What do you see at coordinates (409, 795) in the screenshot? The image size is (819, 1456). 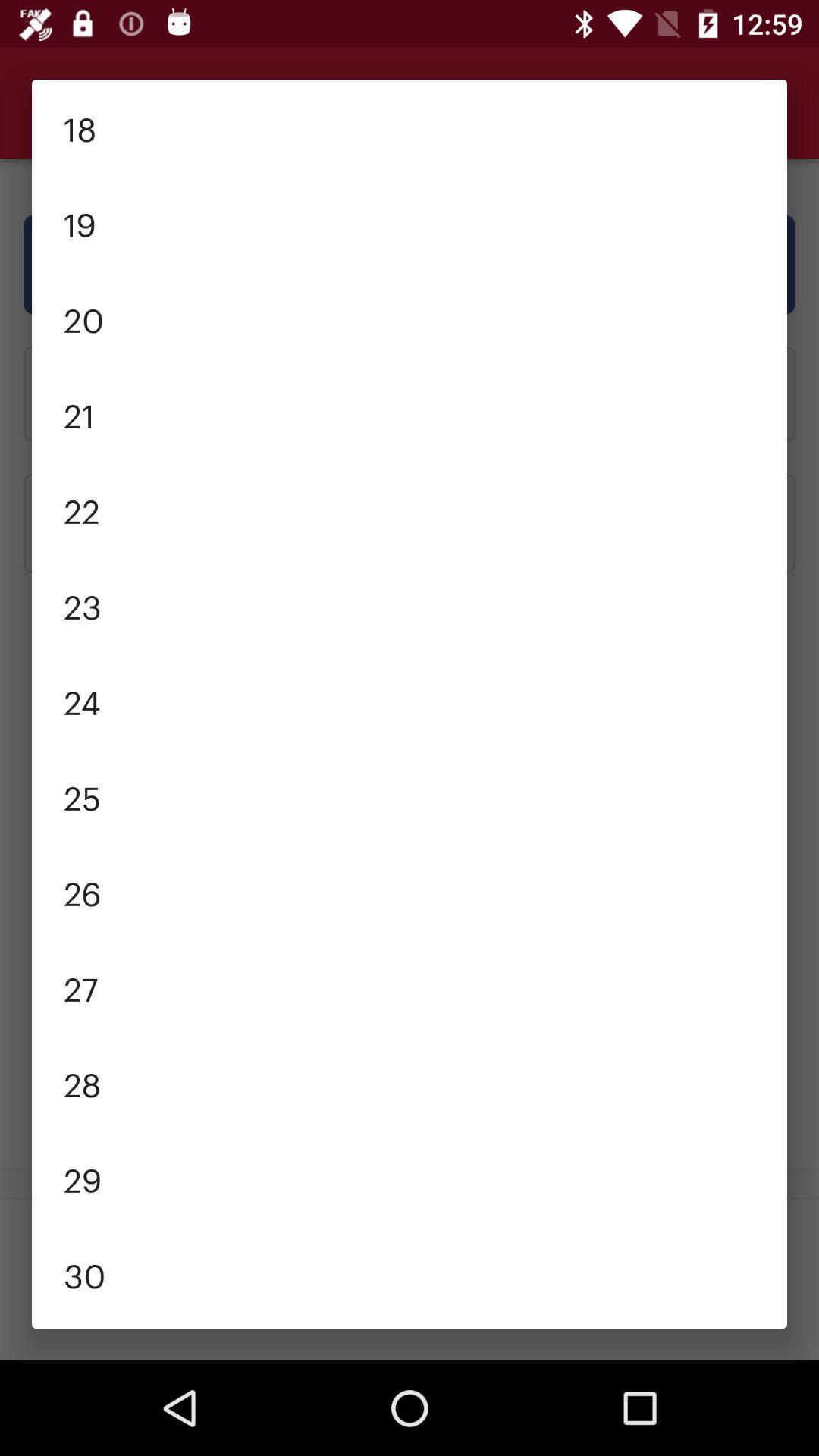 I see `item below 24` at bounding box center [409, 795].